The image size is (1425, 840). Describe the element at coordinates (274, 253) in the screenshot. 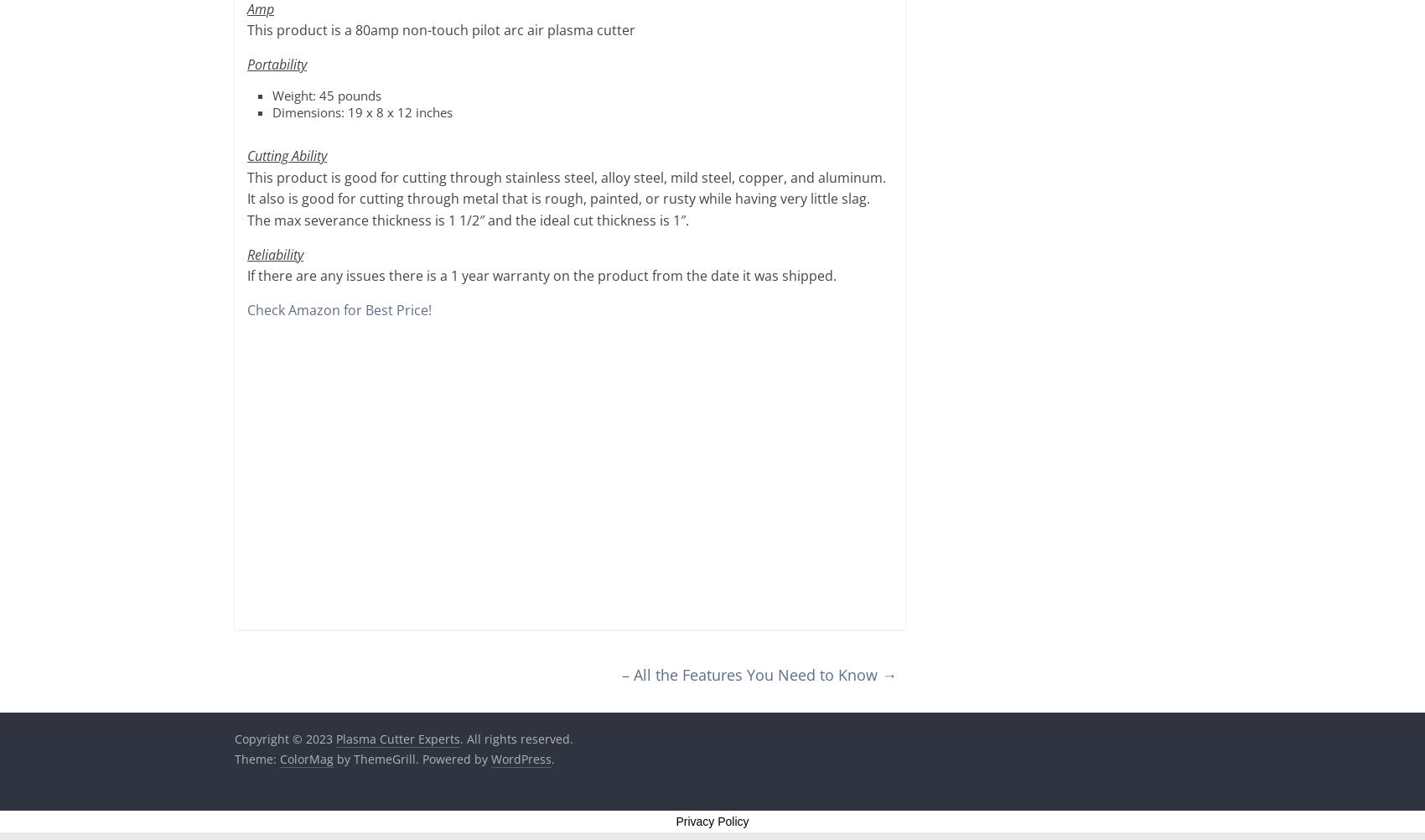

I see `'Reliability'` at that location.